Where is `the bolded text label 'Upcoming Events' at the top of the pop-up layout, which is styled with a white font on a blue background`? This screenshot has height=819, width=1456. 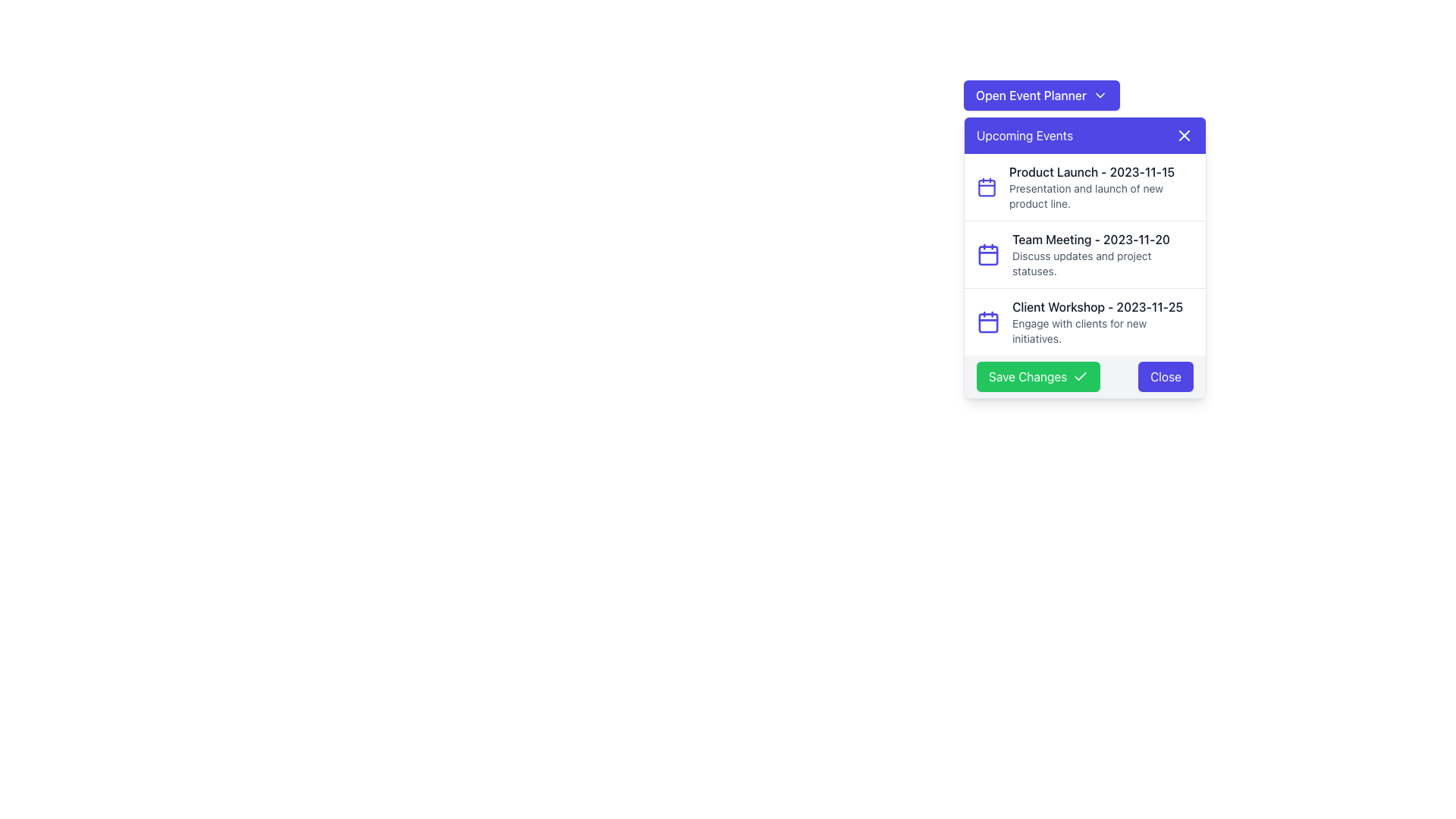
the bolded text label 'Upcoming Events' at the top of the pop-up layout, which is styled with a white font on a blue background is located at coordinates (1025, 134).